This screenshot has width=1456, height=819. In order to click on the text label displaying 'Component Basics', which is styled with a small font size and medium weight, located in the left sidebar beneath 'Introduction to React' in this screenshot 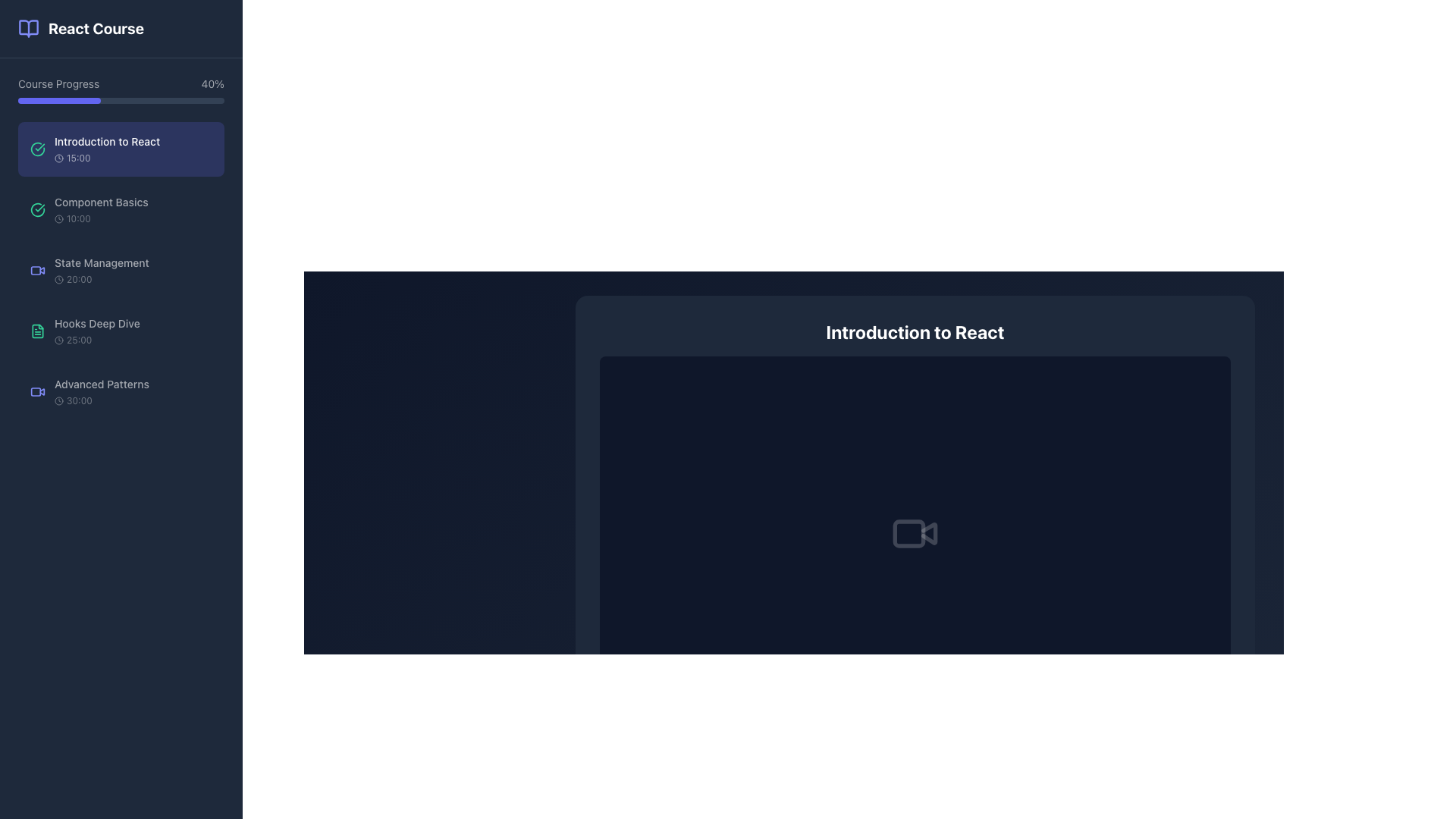, I will do `click(133, 201)`.